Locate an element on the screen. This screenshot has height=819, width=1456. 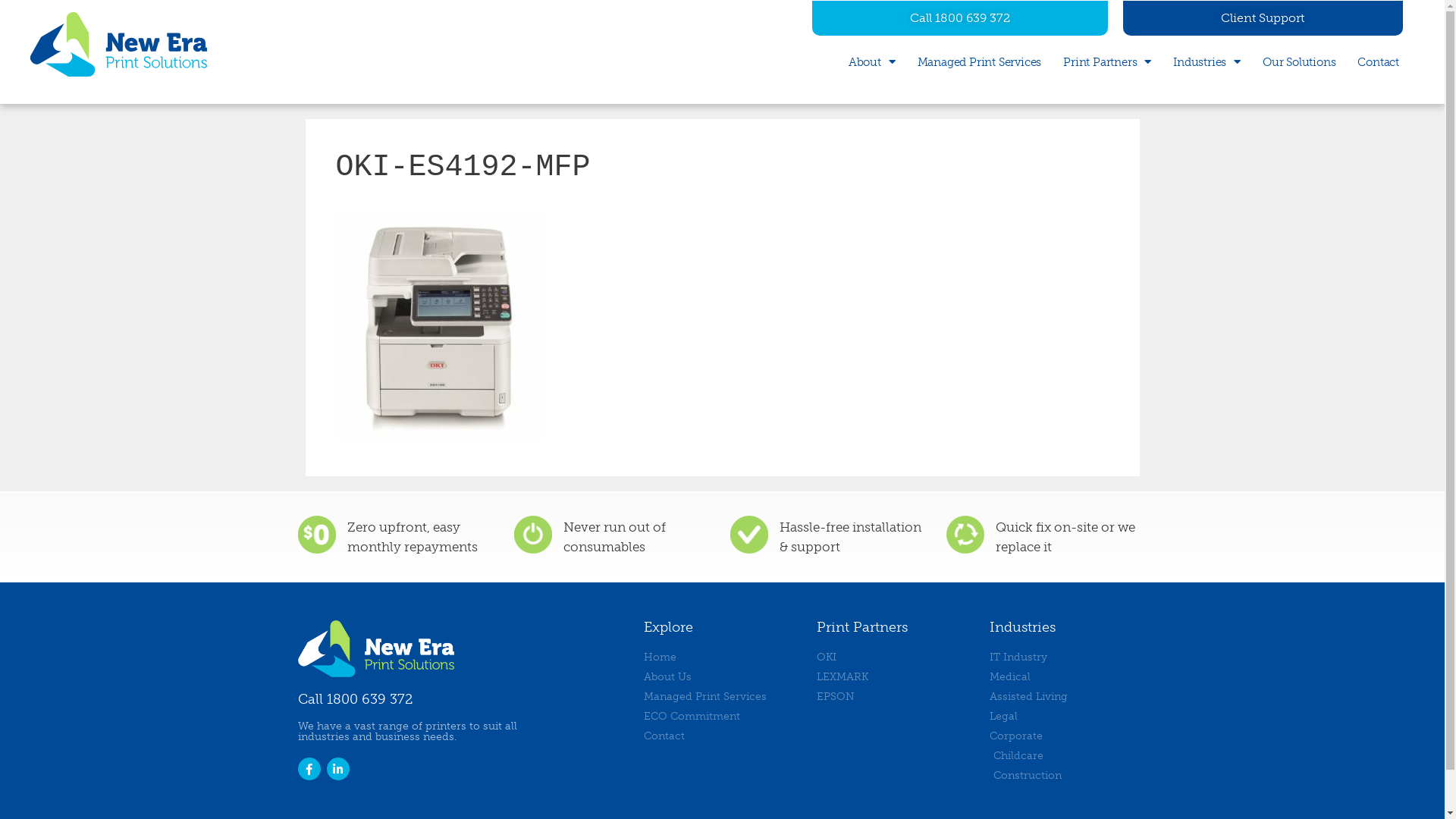
'Print Partners' is located at coordinates (1062, 61).